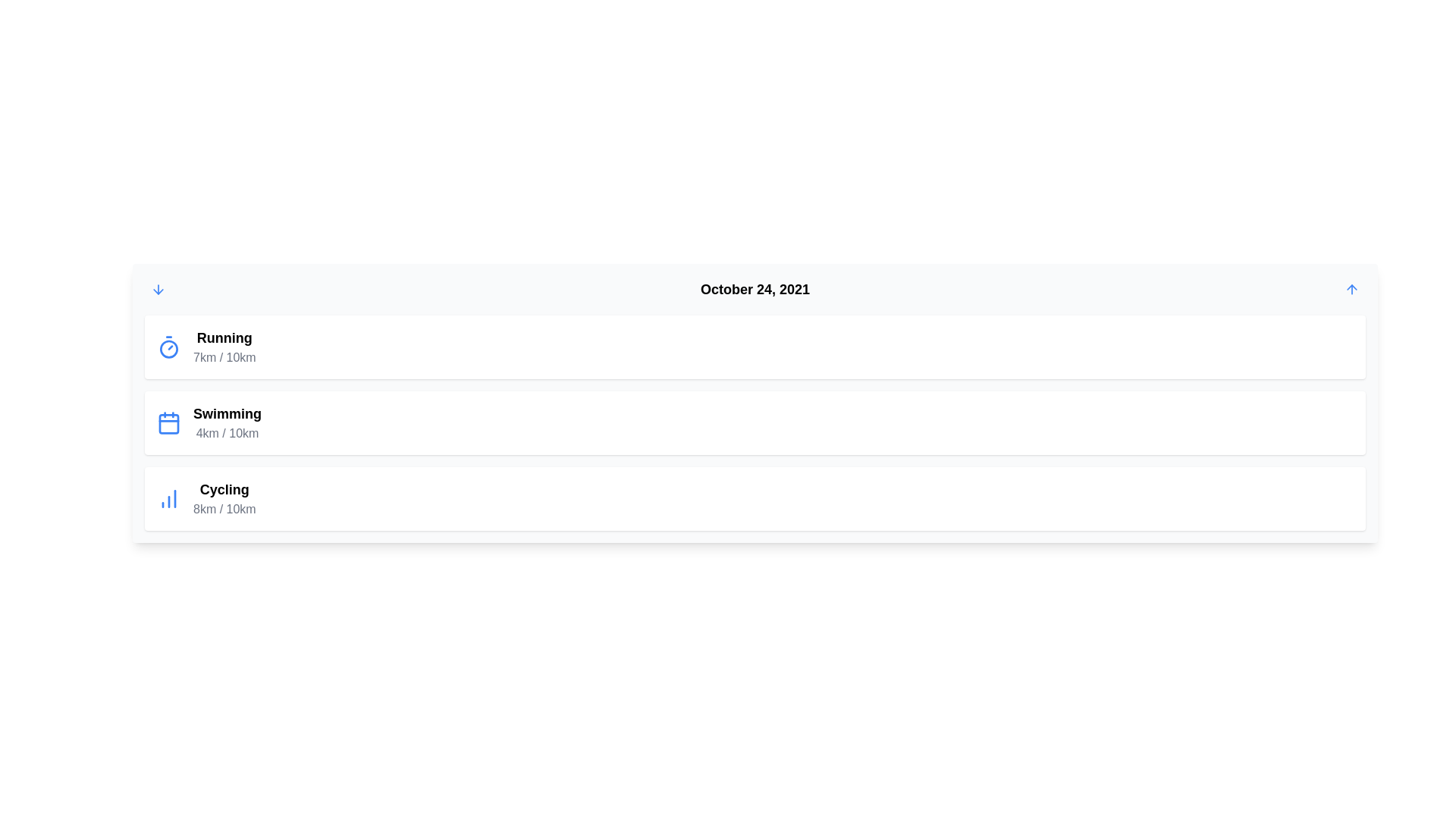  Describe the element at coordinates (168, 499) in the screenshot. I see `the graphical icon representing cycling activity data, located to the left of the text 'Cycling' and '8km / 10km' in the activity card` at that location.